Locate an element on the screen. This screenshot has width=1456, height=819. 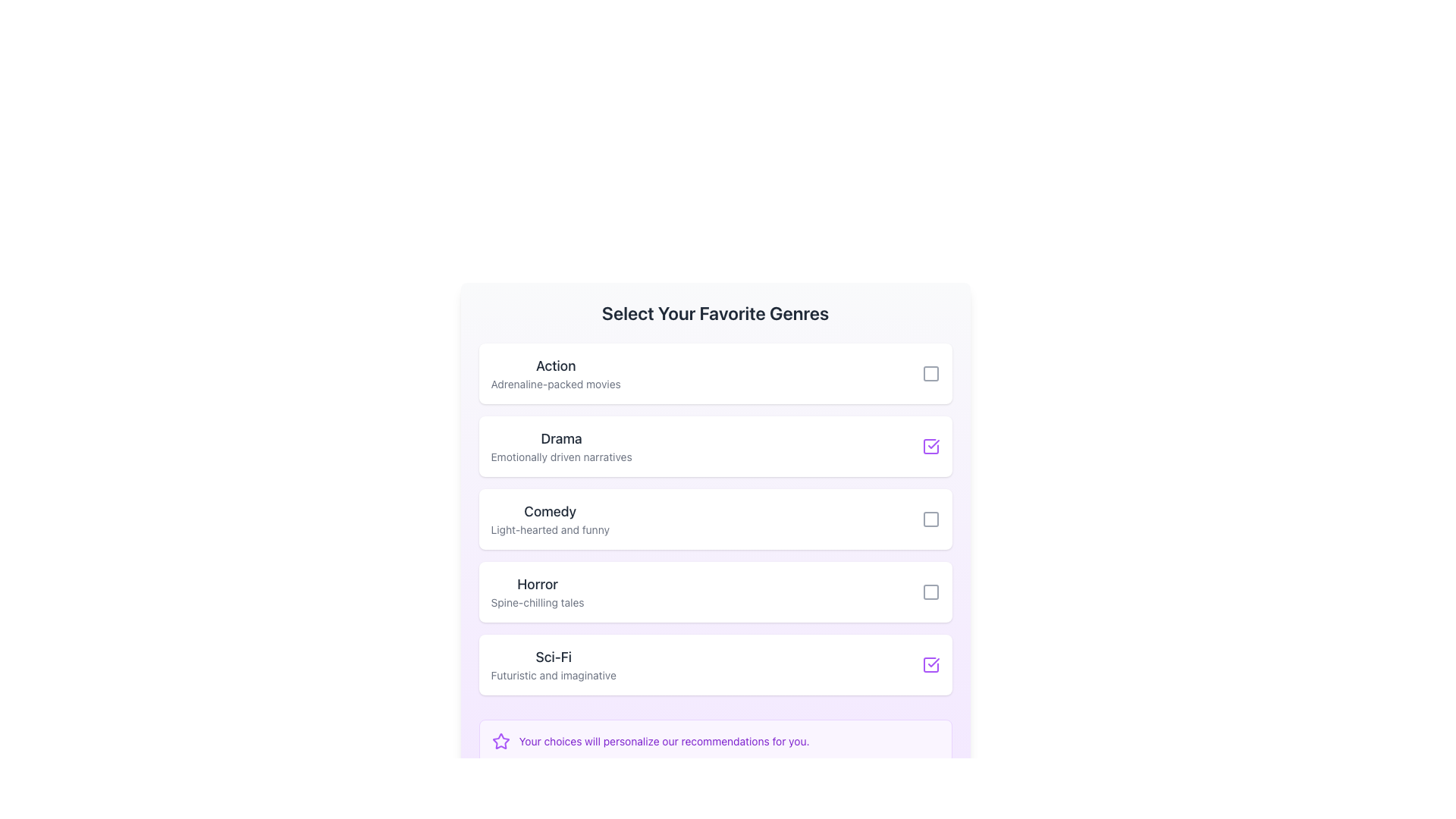
the header text label for the horror genre, which is the third element in a vertical list, positioned between 'Comedy' and 'Sci-Fi' is located at coordinates (538, 584).